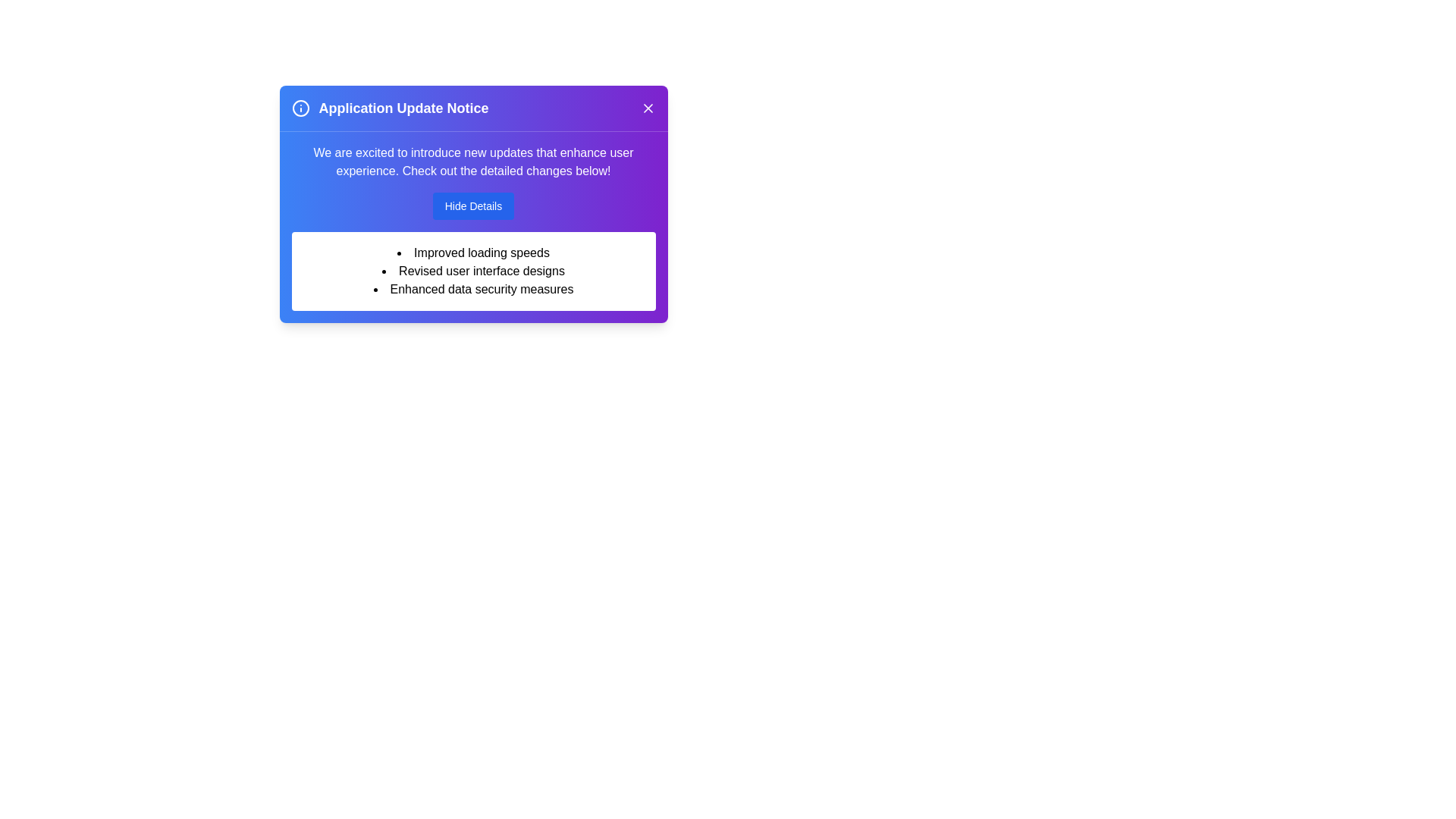 Image resolution: width=1456 pixels, height=819 pixels. Describe the element at coordinates (648, 107) in the screenshot. I see `the close button to close the alert panel` at that location.